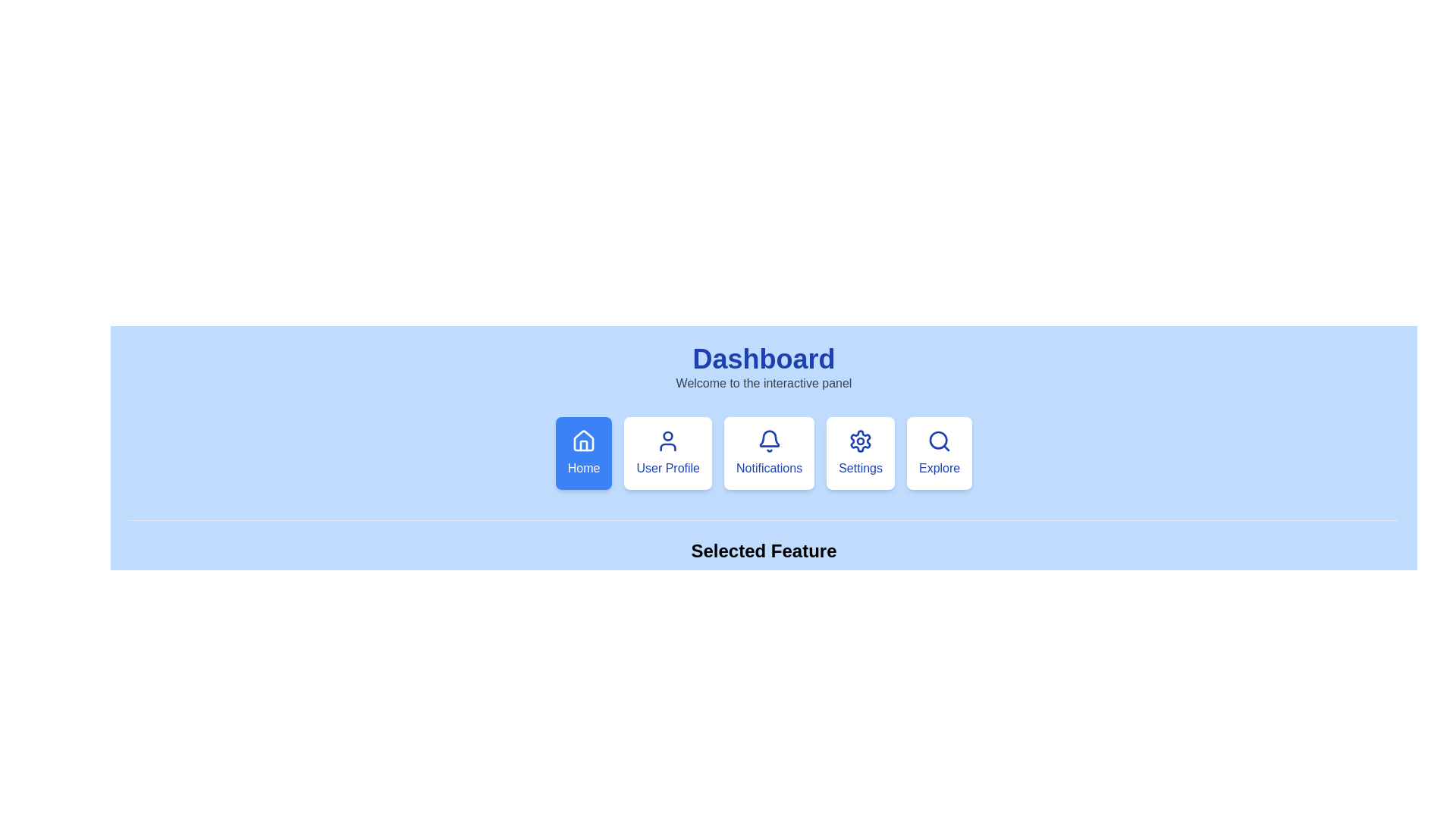 The image size is (1456, 819). Describe the element at coordinates (769, 441) in the screenshot. I see `the notifications bell icon located in the main navigation menu` at that location.